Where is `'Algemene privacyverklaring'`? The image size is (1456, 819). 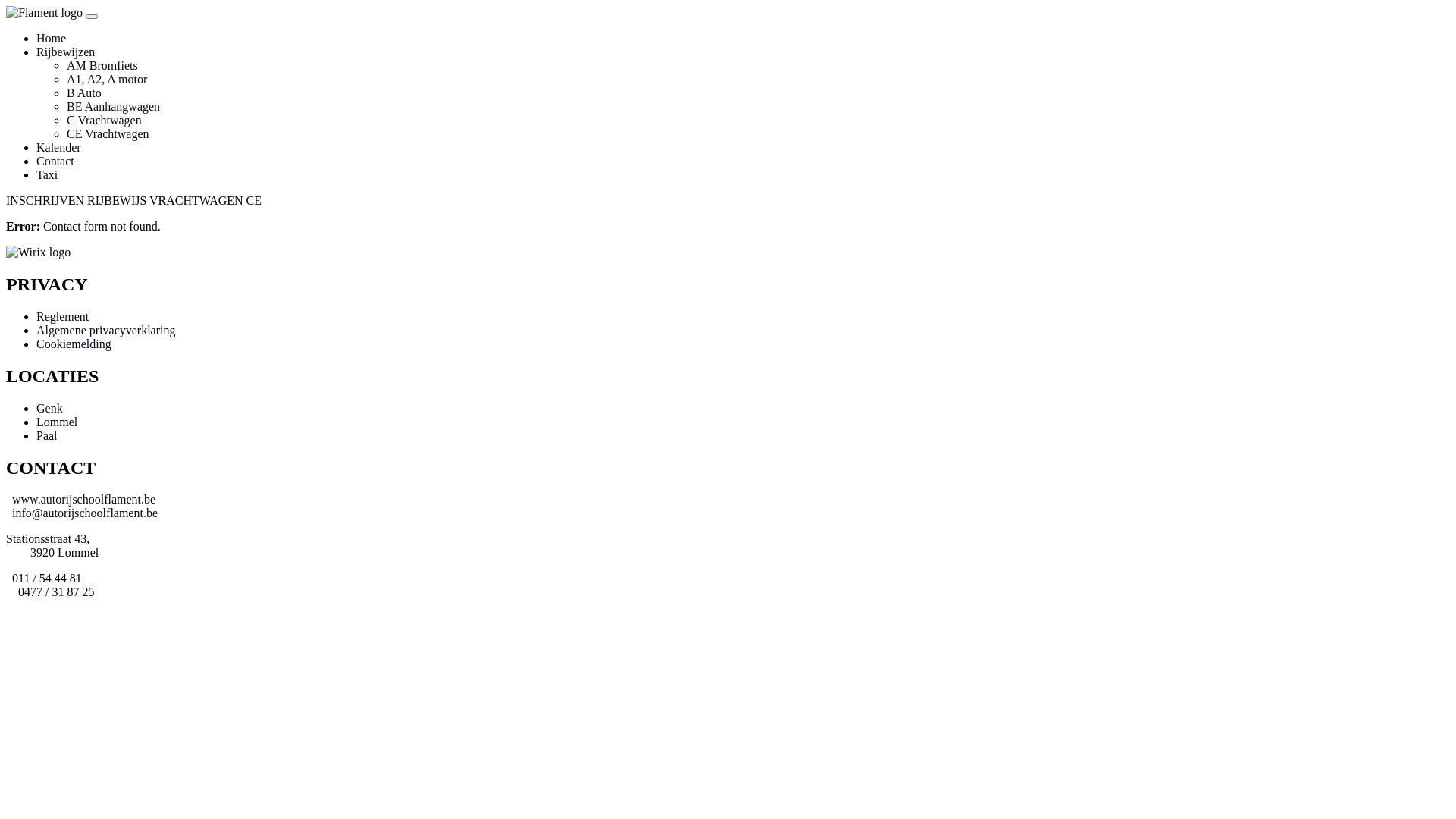 'Algemene privacyverklaring' is located at coordinates (36, 329).